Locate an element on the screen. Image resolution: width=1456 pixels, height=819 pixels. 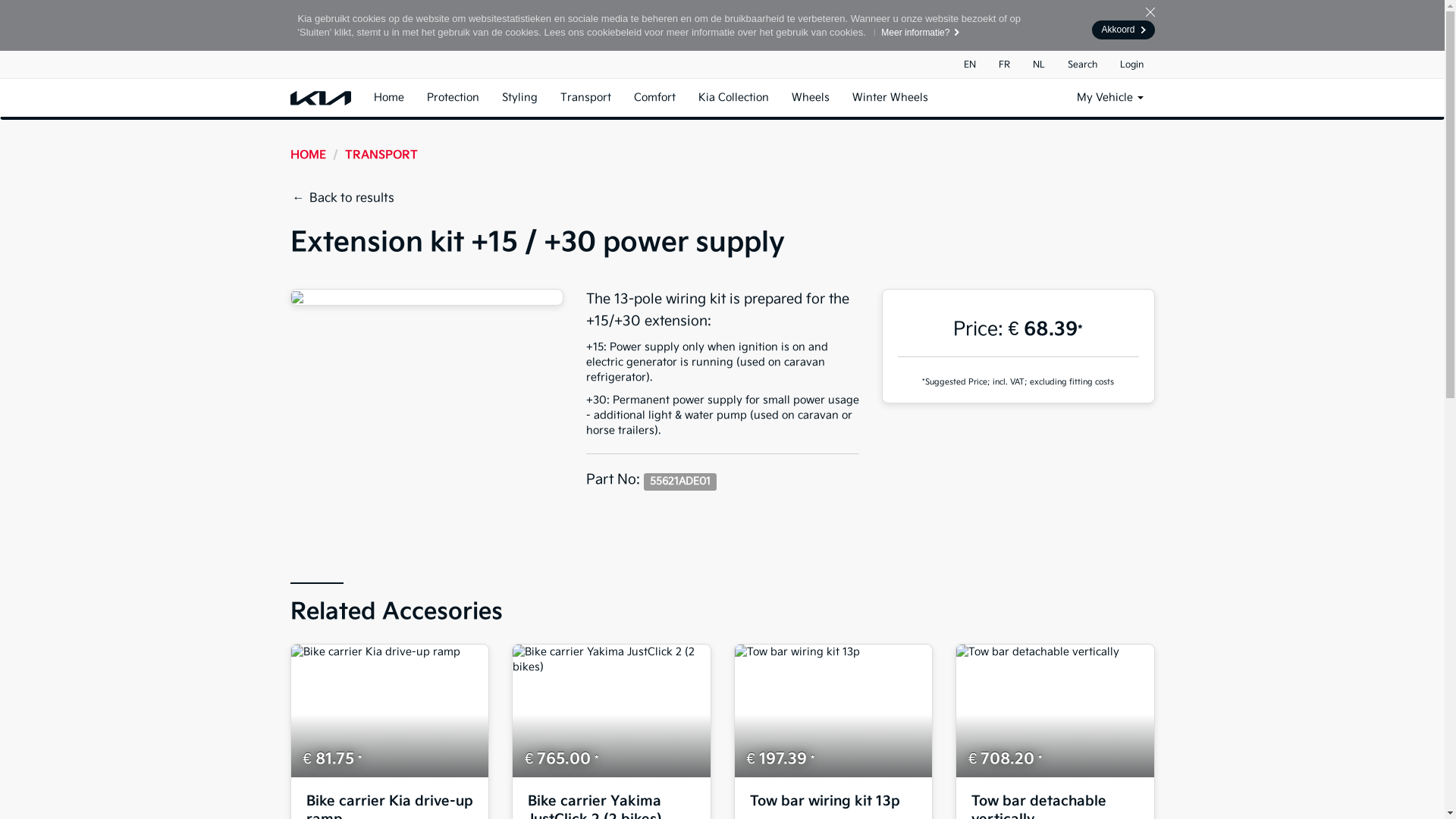
'Styling' is located at coordinates (519, 97).